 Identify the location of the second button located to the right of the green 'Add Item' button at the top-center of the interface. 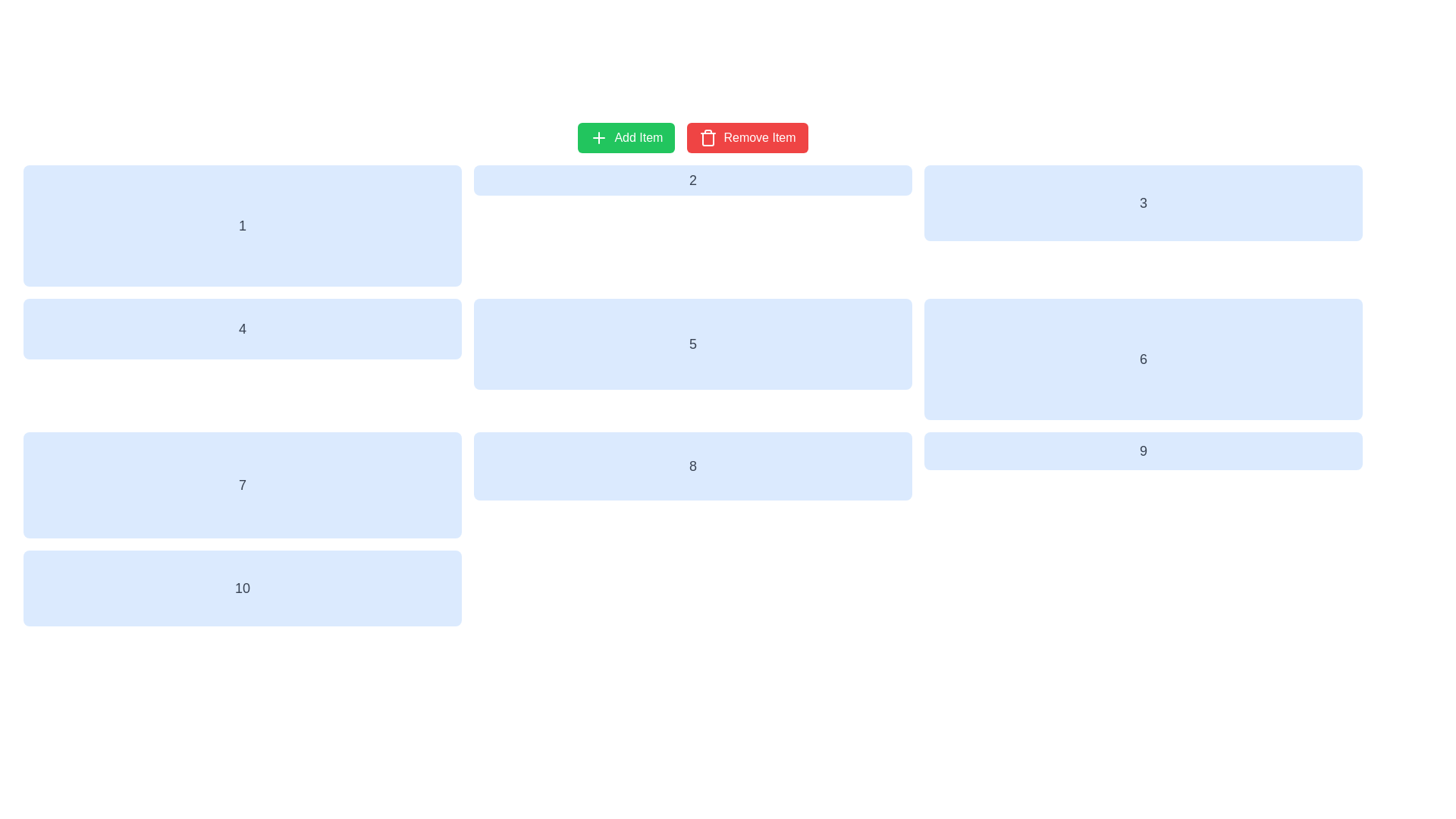
(747, 137).